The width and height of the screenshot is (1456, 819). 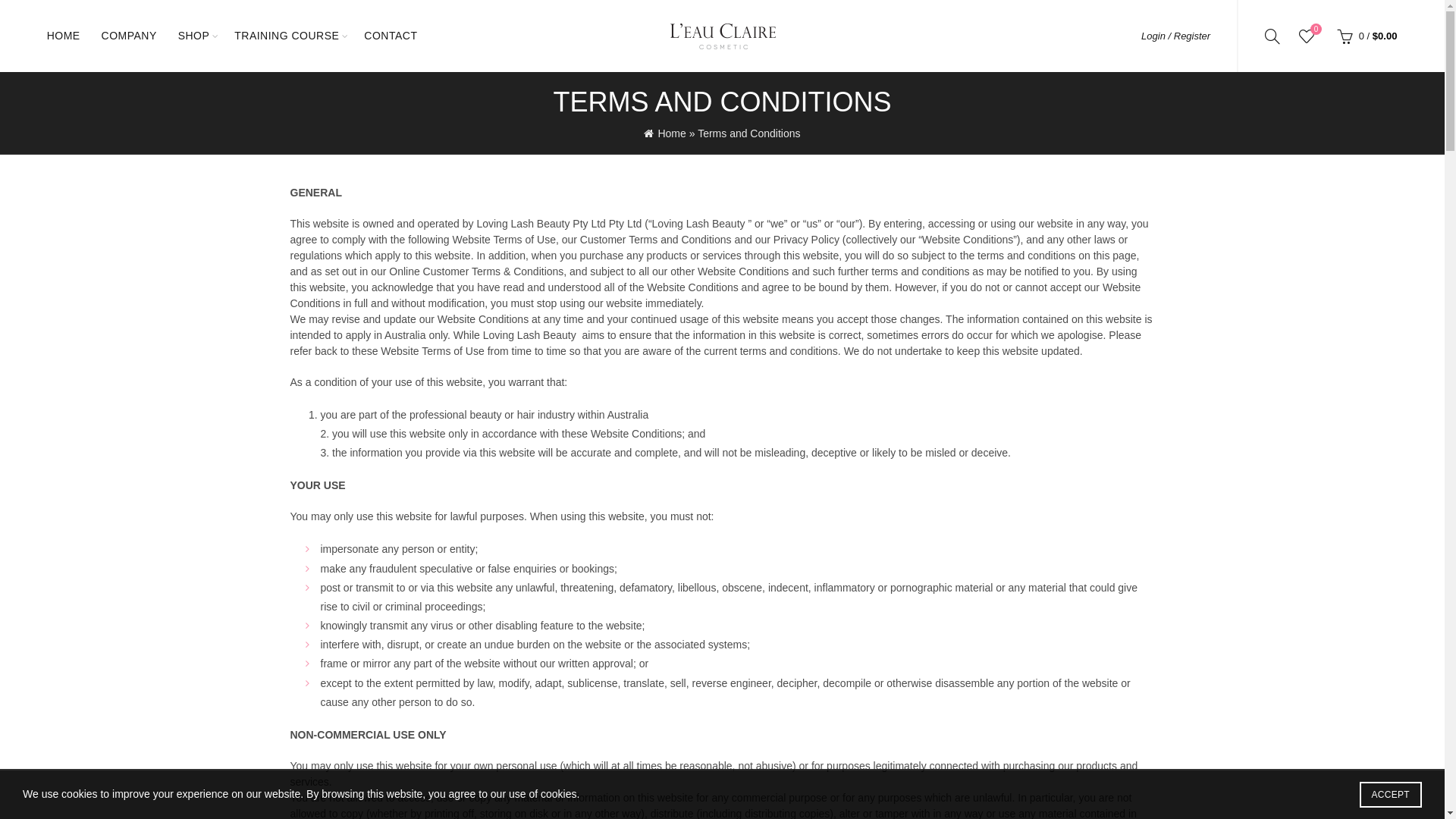 I want to click on '0 / $0.00', so click(x=1365, y=34).